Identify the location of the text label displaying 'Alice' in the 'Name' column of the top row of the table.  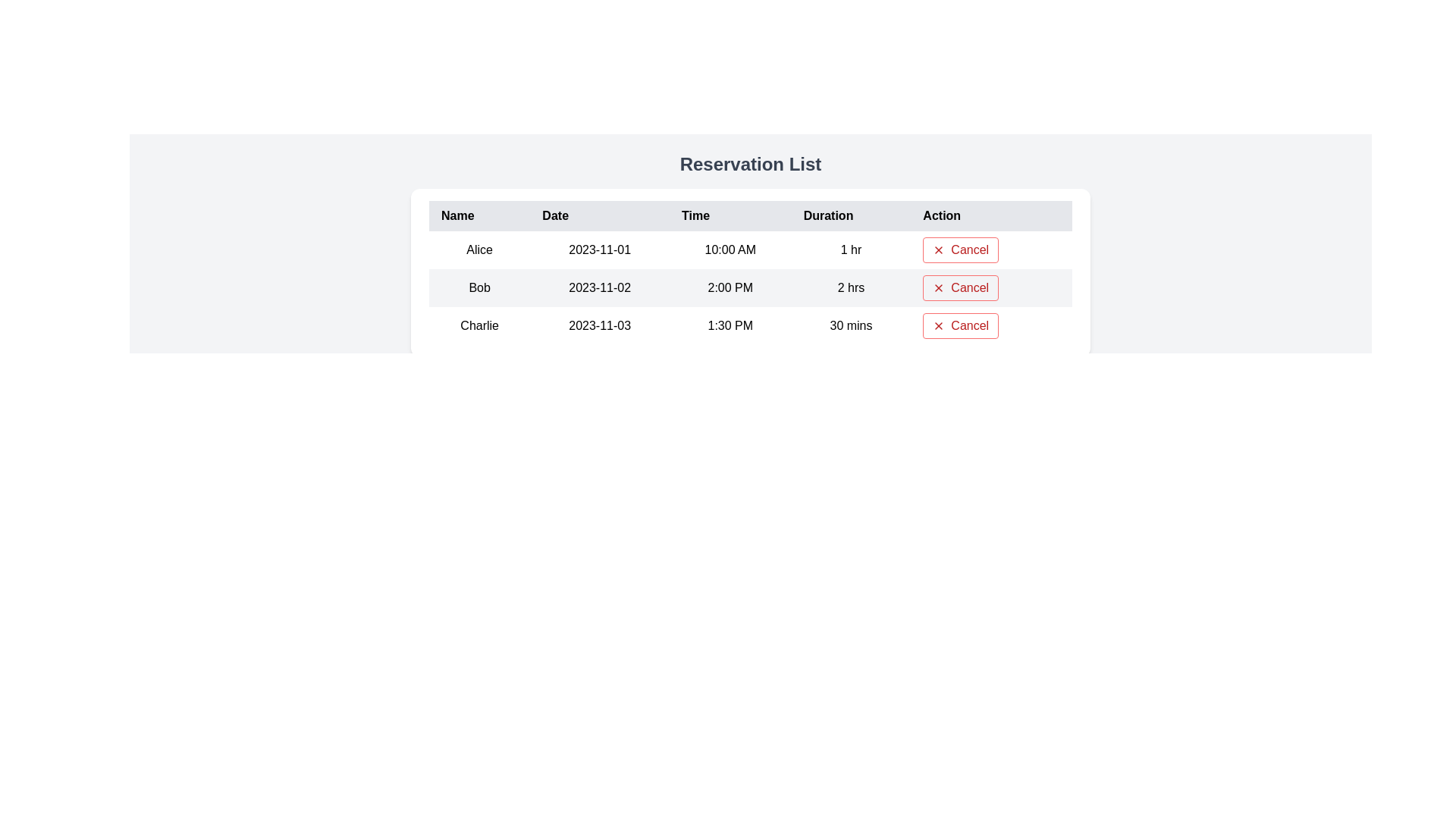
(479, 249).